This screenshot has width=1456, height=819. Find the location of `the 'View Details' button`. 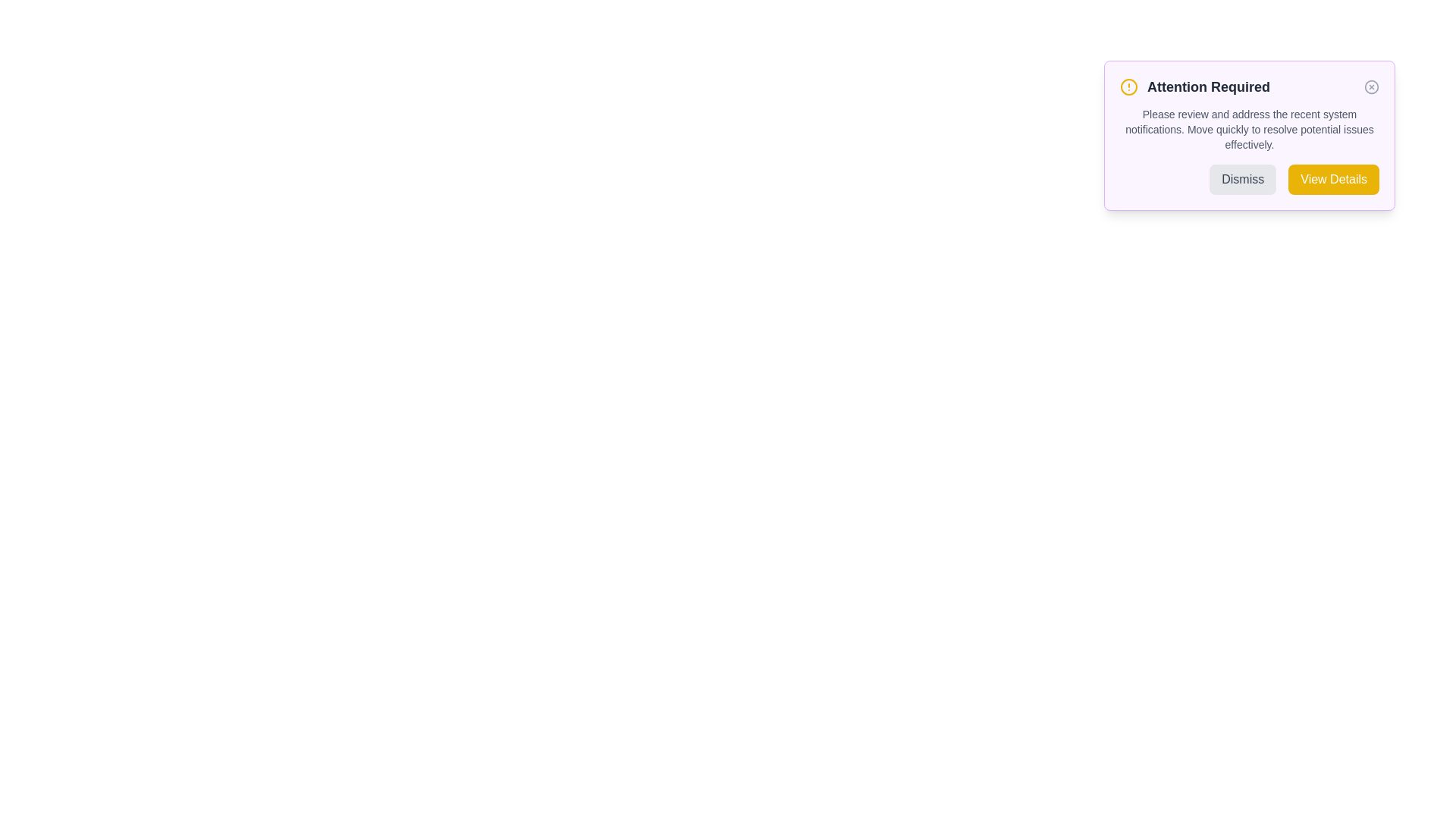

the 'View Details' button is located at coordinates (1333, 178).